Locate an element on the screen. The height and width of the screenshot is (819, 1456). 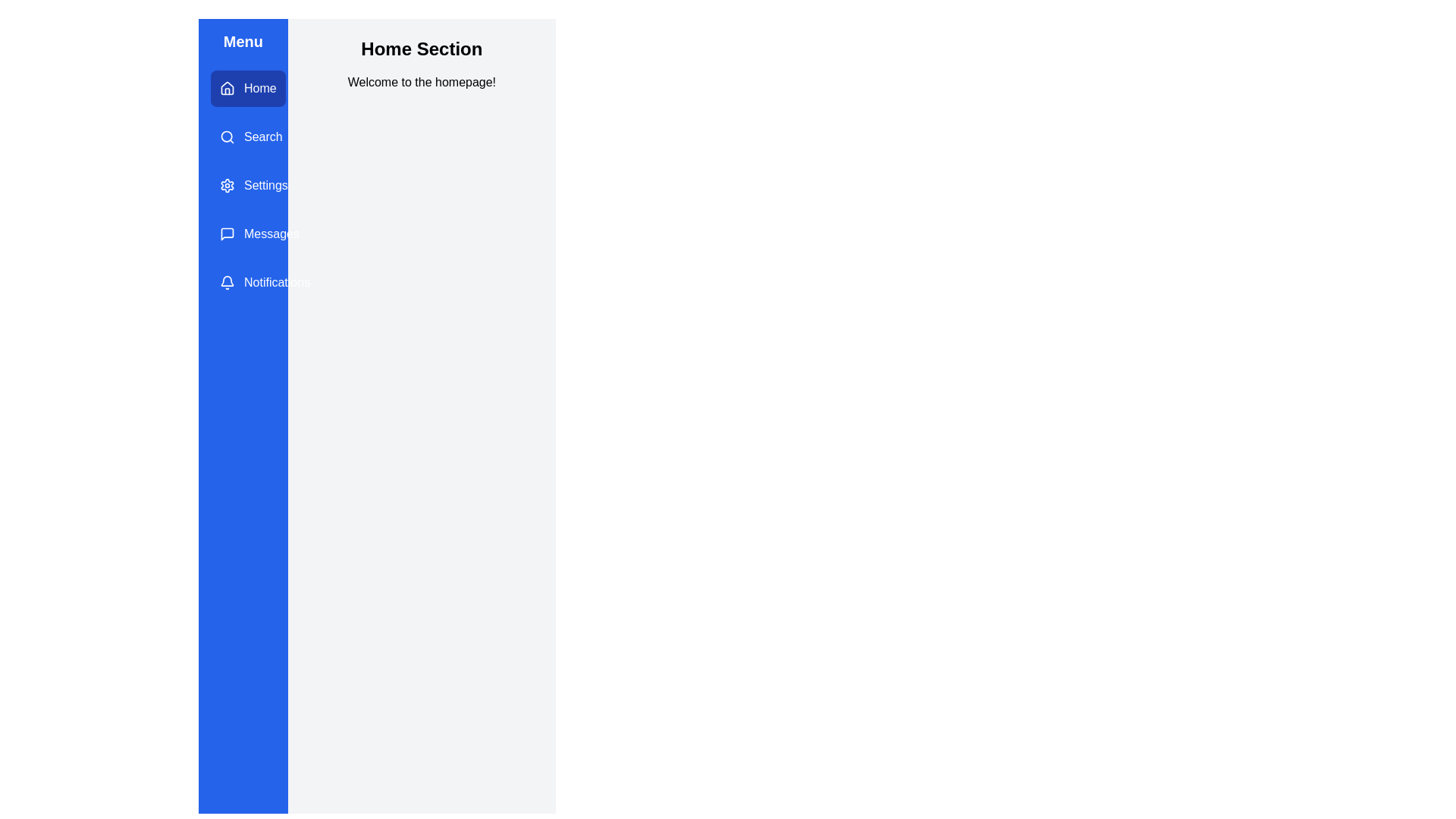
the 'Messages' navigation button located in the left sidebar menu, positioned fourth from the top is located at coordinates (259, 234).